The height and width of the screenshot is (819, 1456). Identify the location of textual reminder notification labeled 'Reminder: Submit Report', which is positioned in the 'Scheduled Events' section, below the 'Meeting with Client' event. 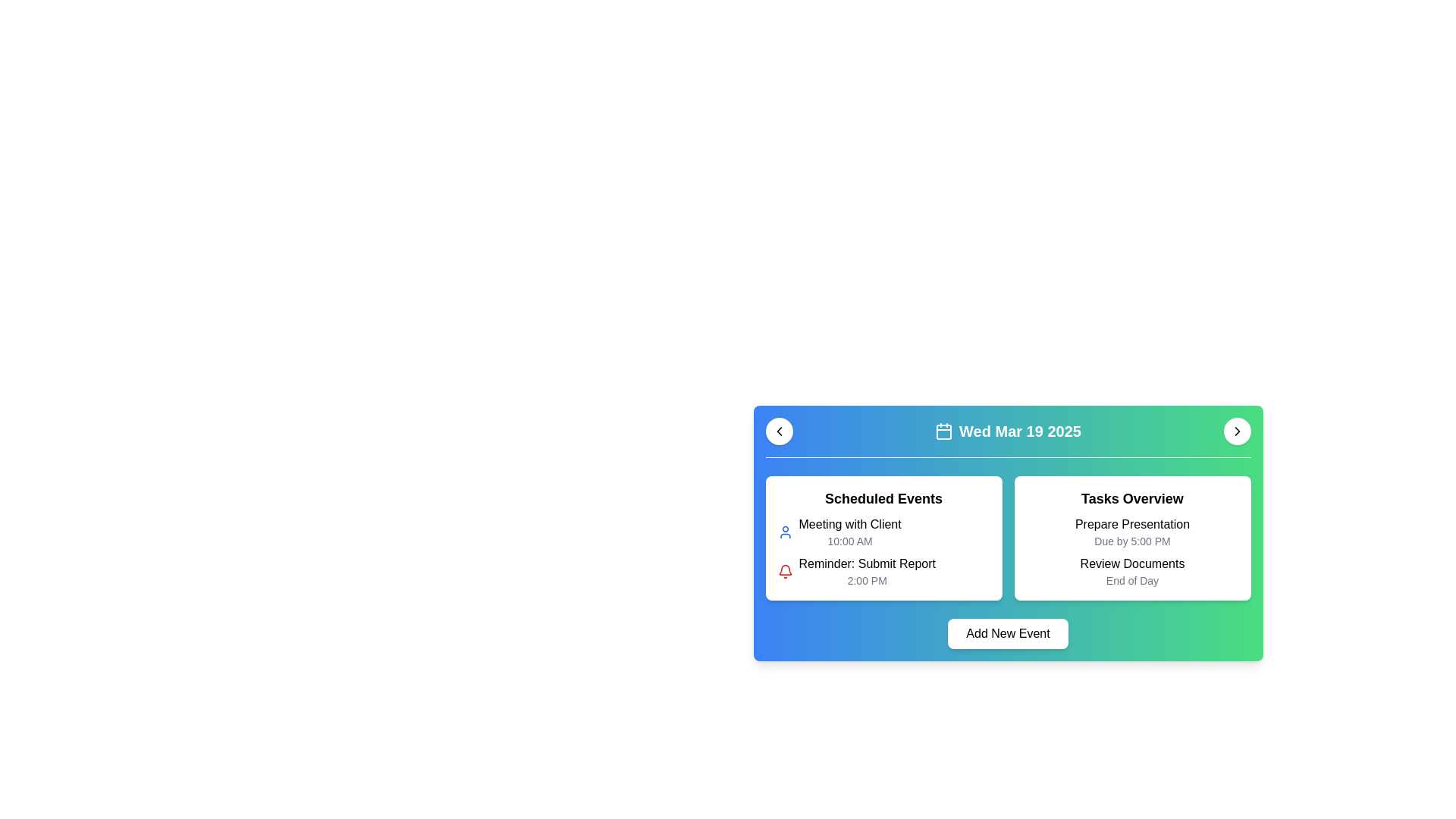
(867, 564).